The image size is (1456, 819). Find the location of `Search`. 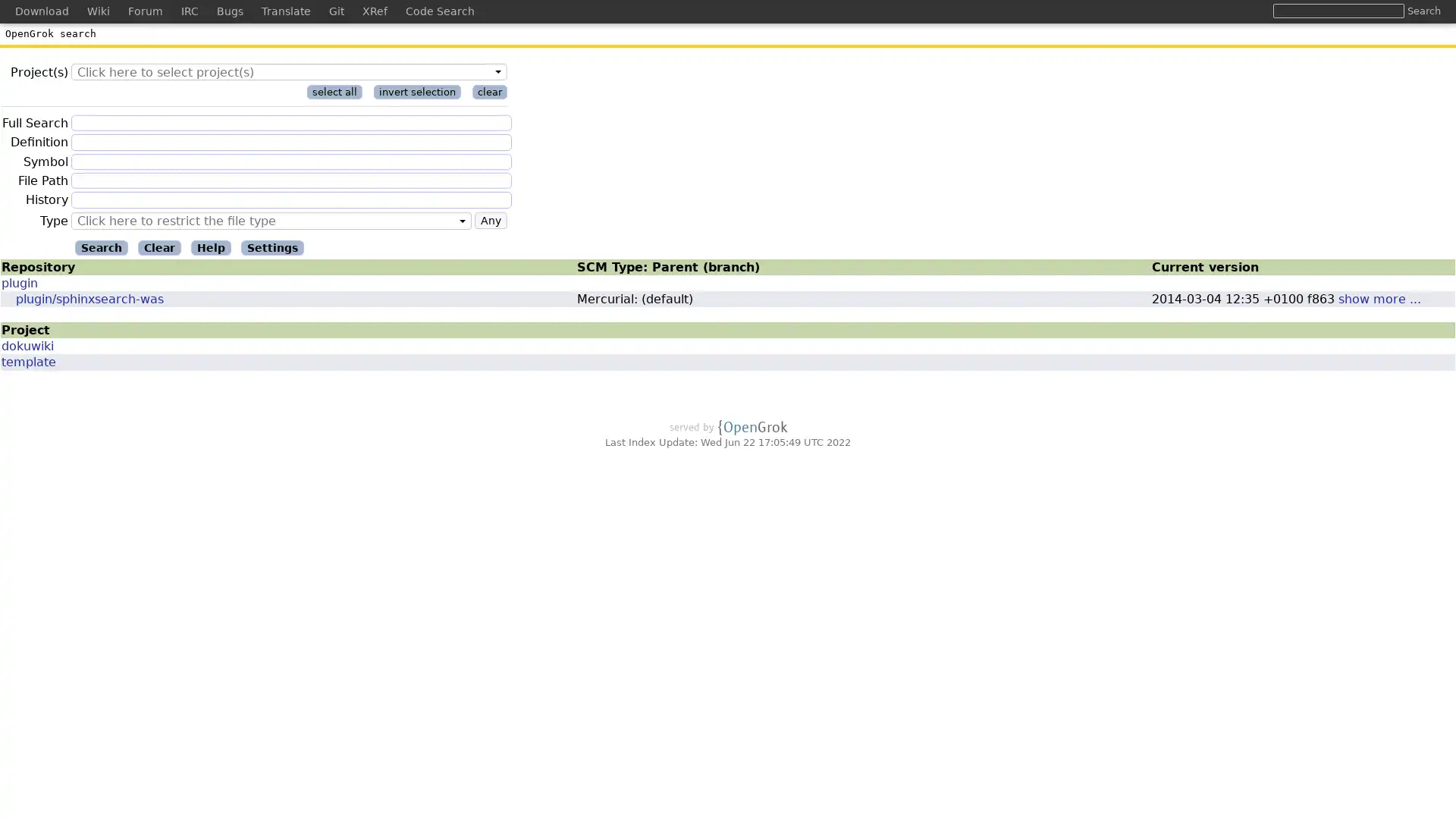

Search is located at coordinates (1423, 11).